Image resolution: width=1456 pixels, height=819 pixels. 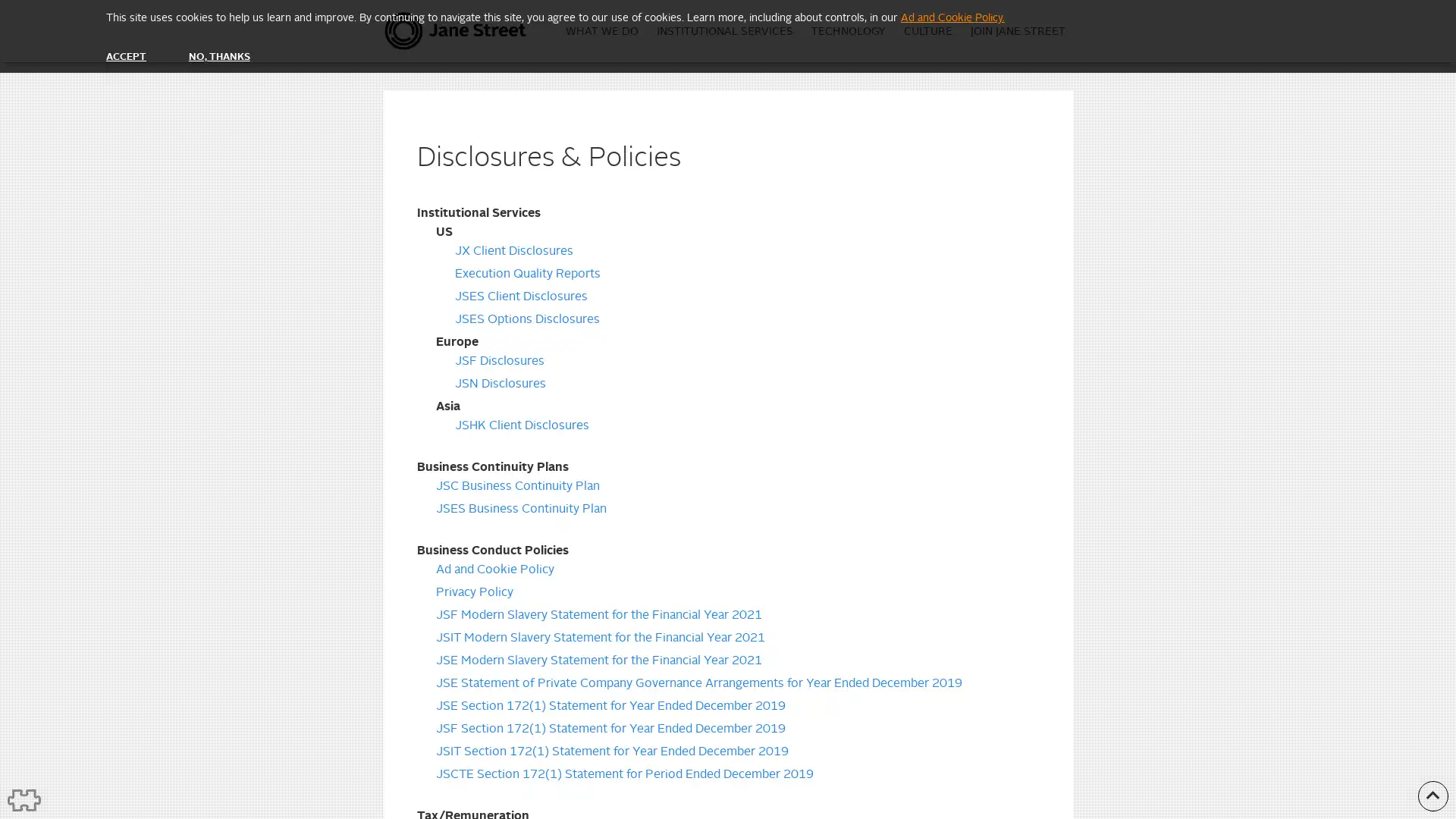 What do you see at coordinates (126, 56) in the screenshot?
I see `dismiss cookie message` at bounding box center [126, 56].